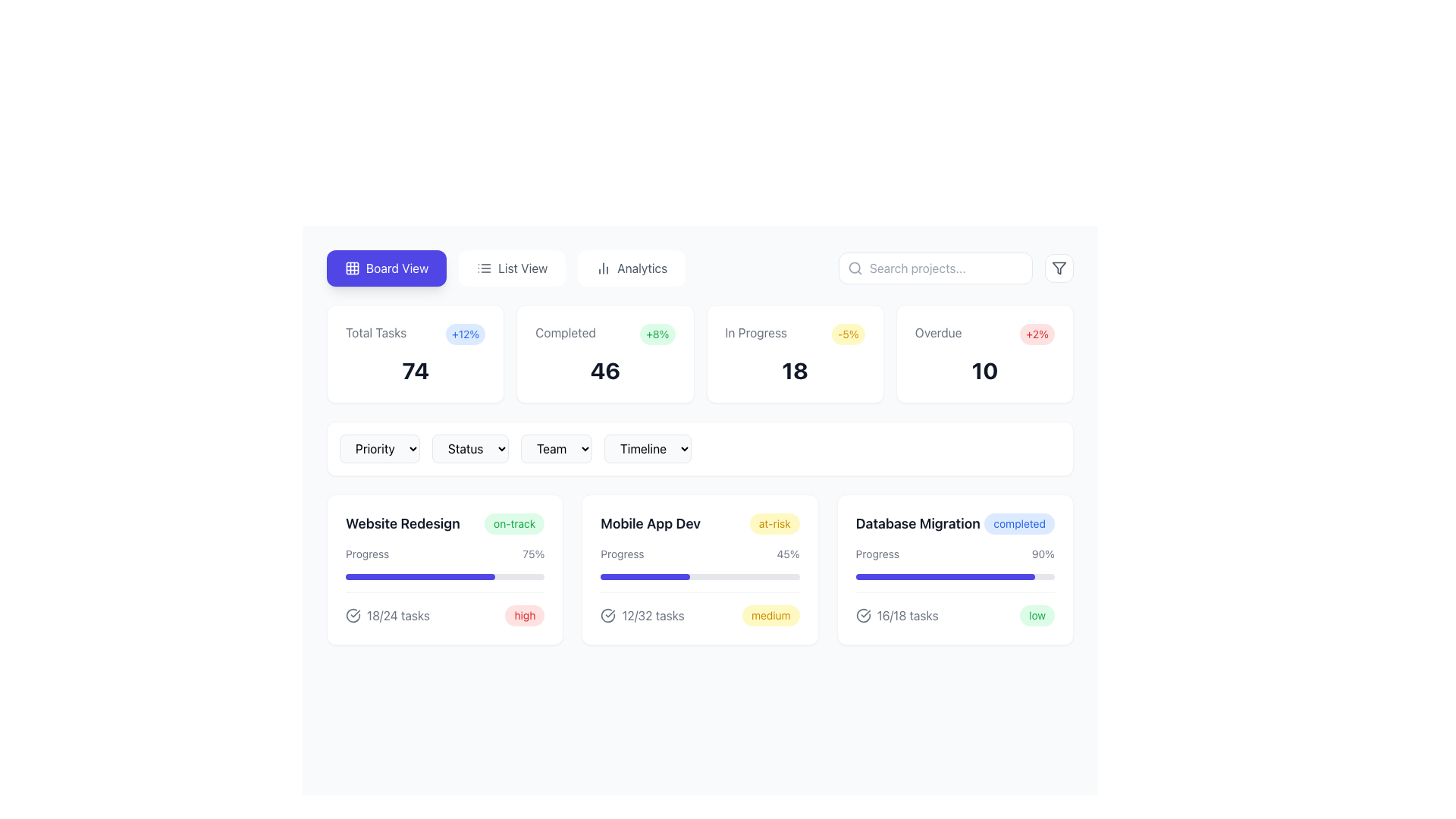 The image size is (1456, 819). What do you see at coordinates (512, 268) in the screenshot?
I see `the 'List View' button, which is a rectangular button with a white background and gray text, featuring an icon of horizontal lines to its left` at bounding box center [512, 268].